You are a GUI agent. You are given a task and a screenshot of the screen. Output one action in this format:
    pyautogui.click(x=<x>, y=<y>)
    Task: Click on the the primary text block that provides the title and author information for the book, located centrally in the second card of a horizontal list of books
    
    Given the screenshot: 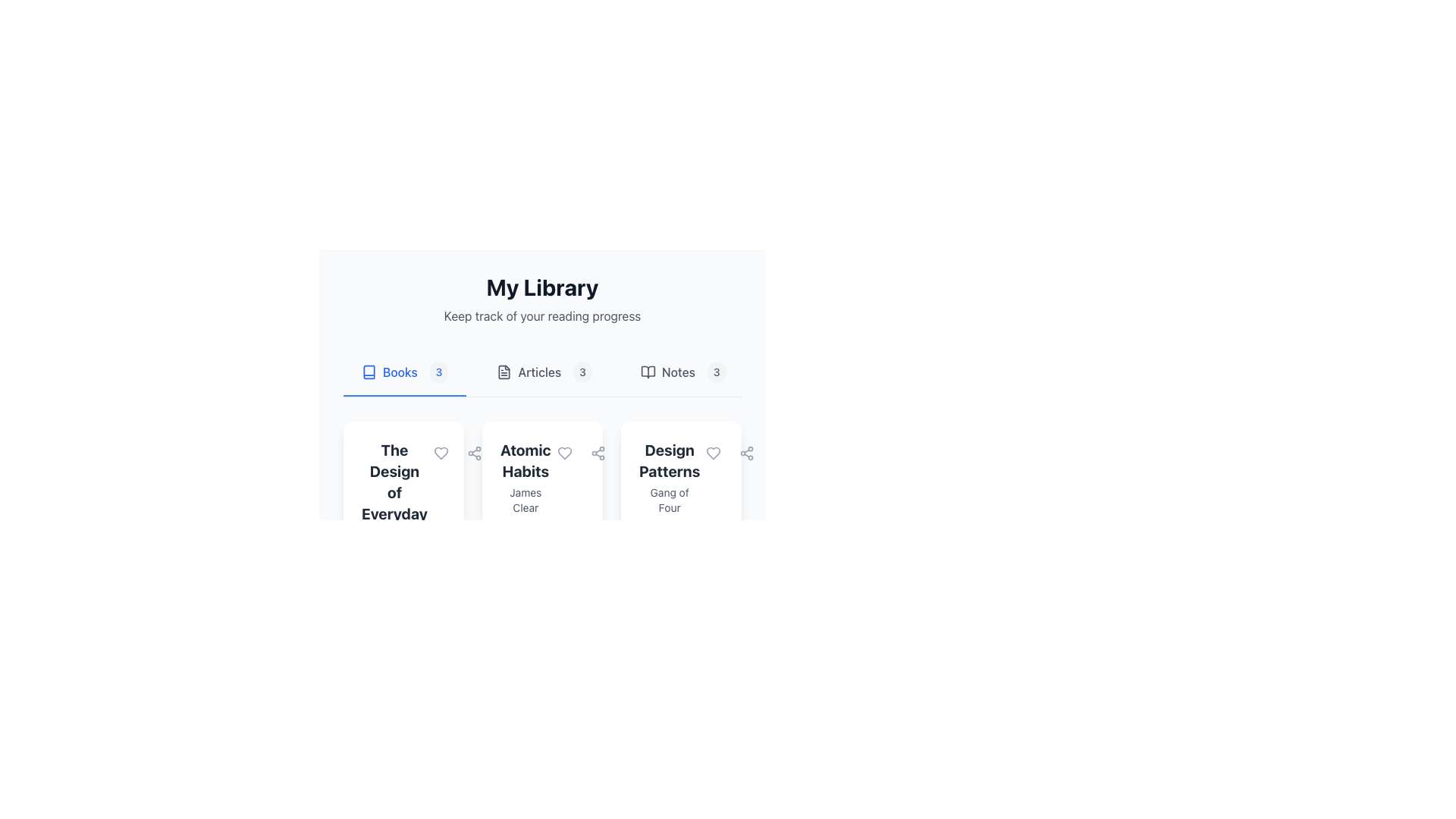 What is the action you would take?
    pyautogui.click(x=526, y=476)
    